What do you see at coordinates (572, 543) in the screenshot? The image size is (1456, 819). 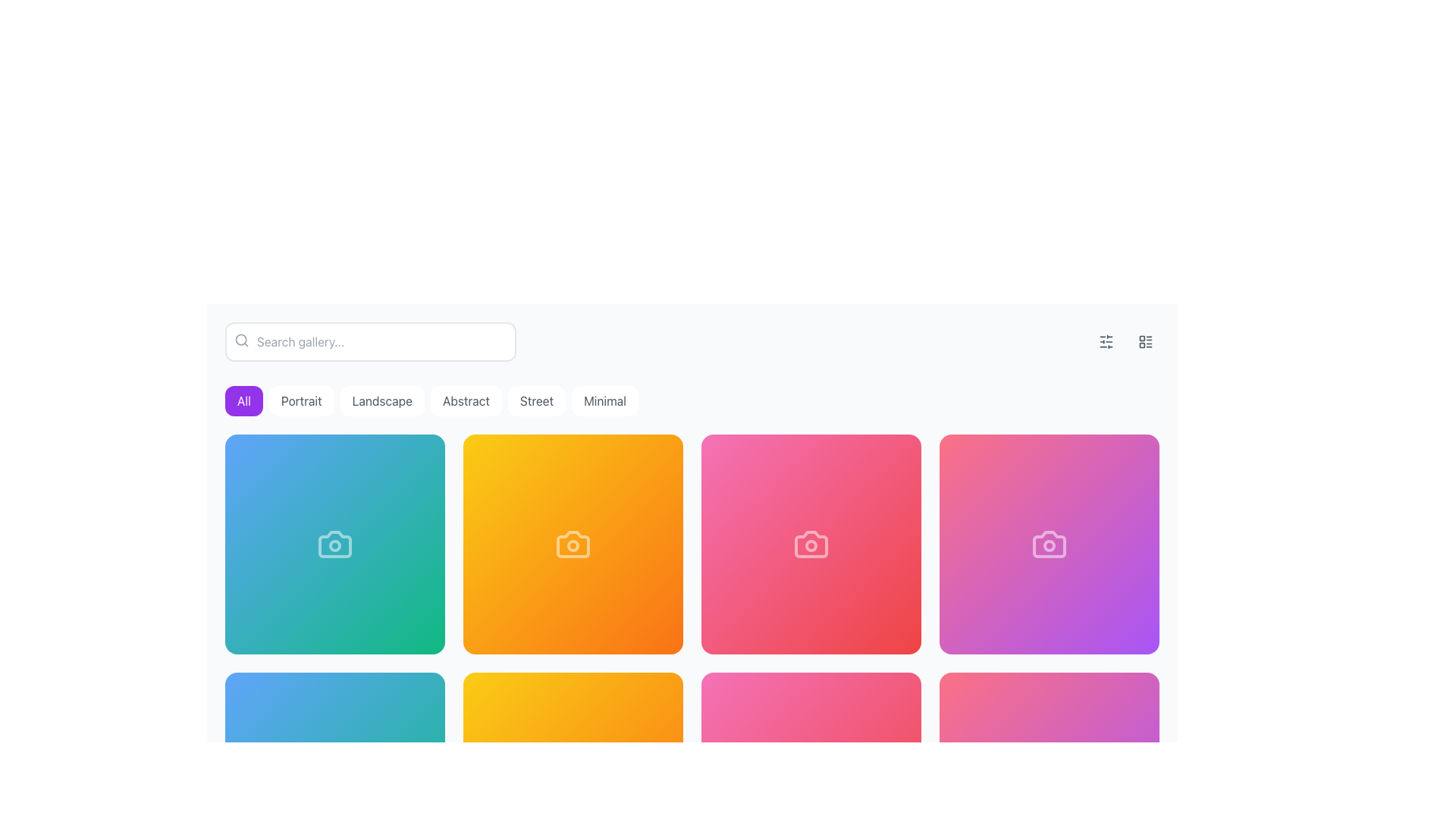 I see `the Button with Camera Icon, which is a circular button featuring a camera shape, located at the center of the second square in the second row of a grid layout on a vibrant yellow background` at bounding box center [572, 543].